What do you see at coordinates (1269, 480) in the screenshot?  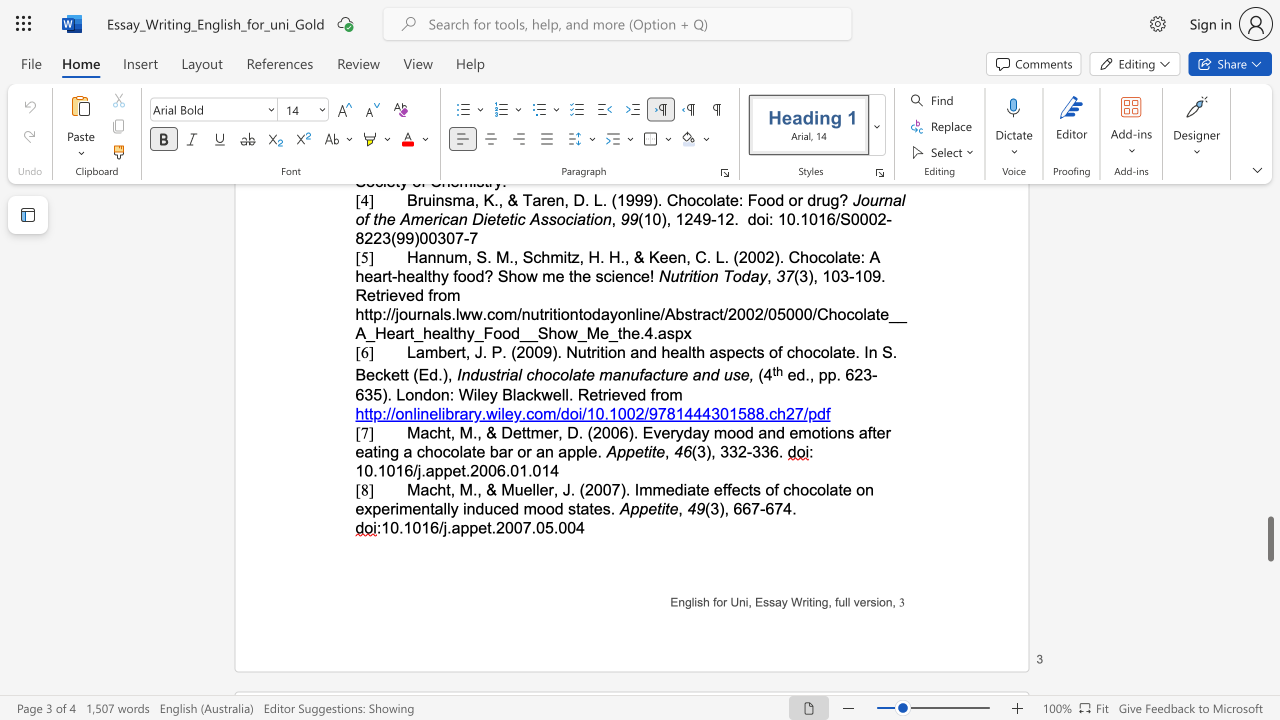 I see `the scrollbar` at bounding box center [1269, 480].